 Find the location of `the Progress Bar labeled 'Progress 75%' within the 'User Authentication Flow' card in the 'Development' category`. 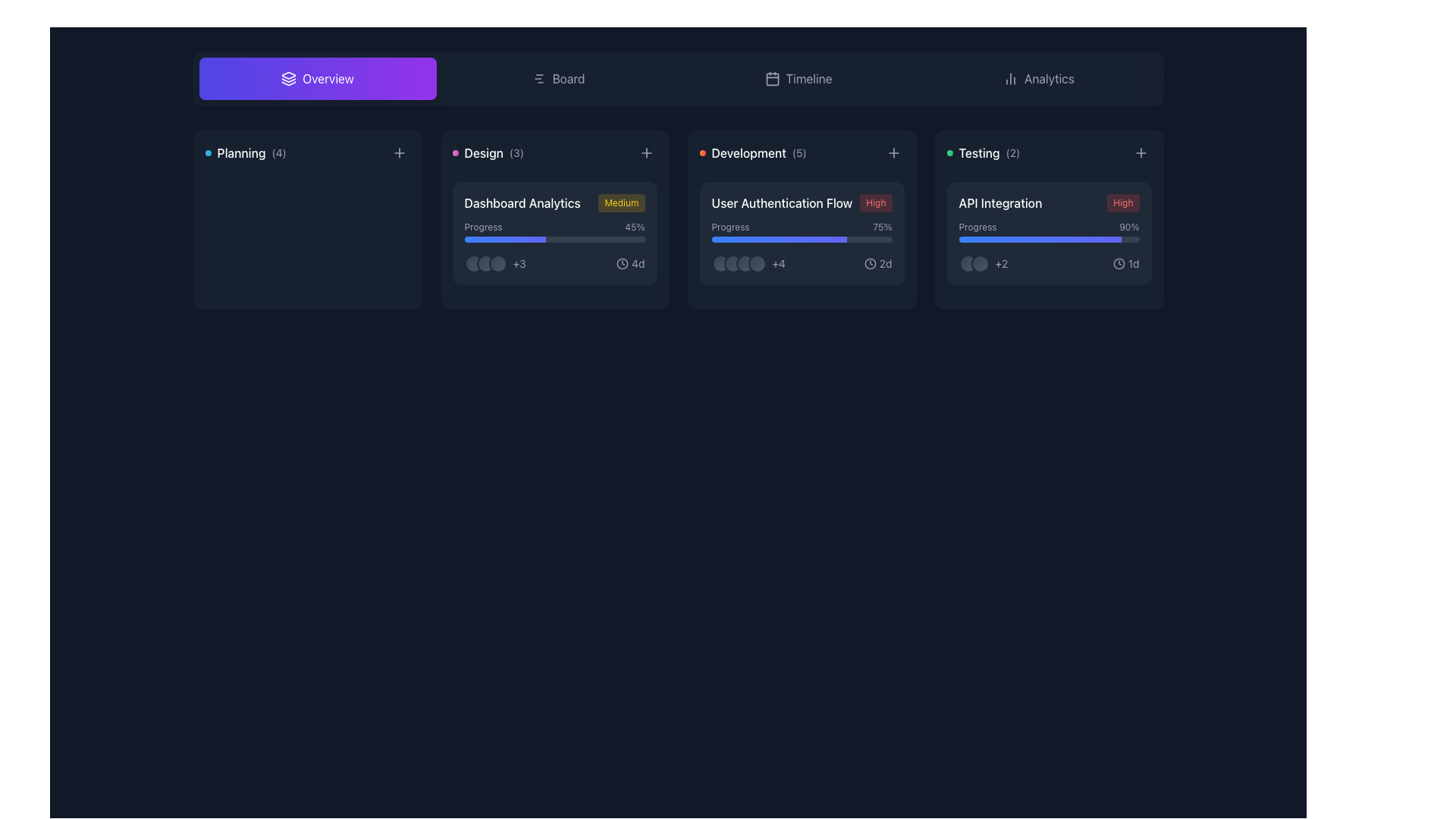

the Progress Bar labeled 'Progress 75%' within the 'User Authentication Flow' card in the 'Development' category is located at coordinates (801, 231).